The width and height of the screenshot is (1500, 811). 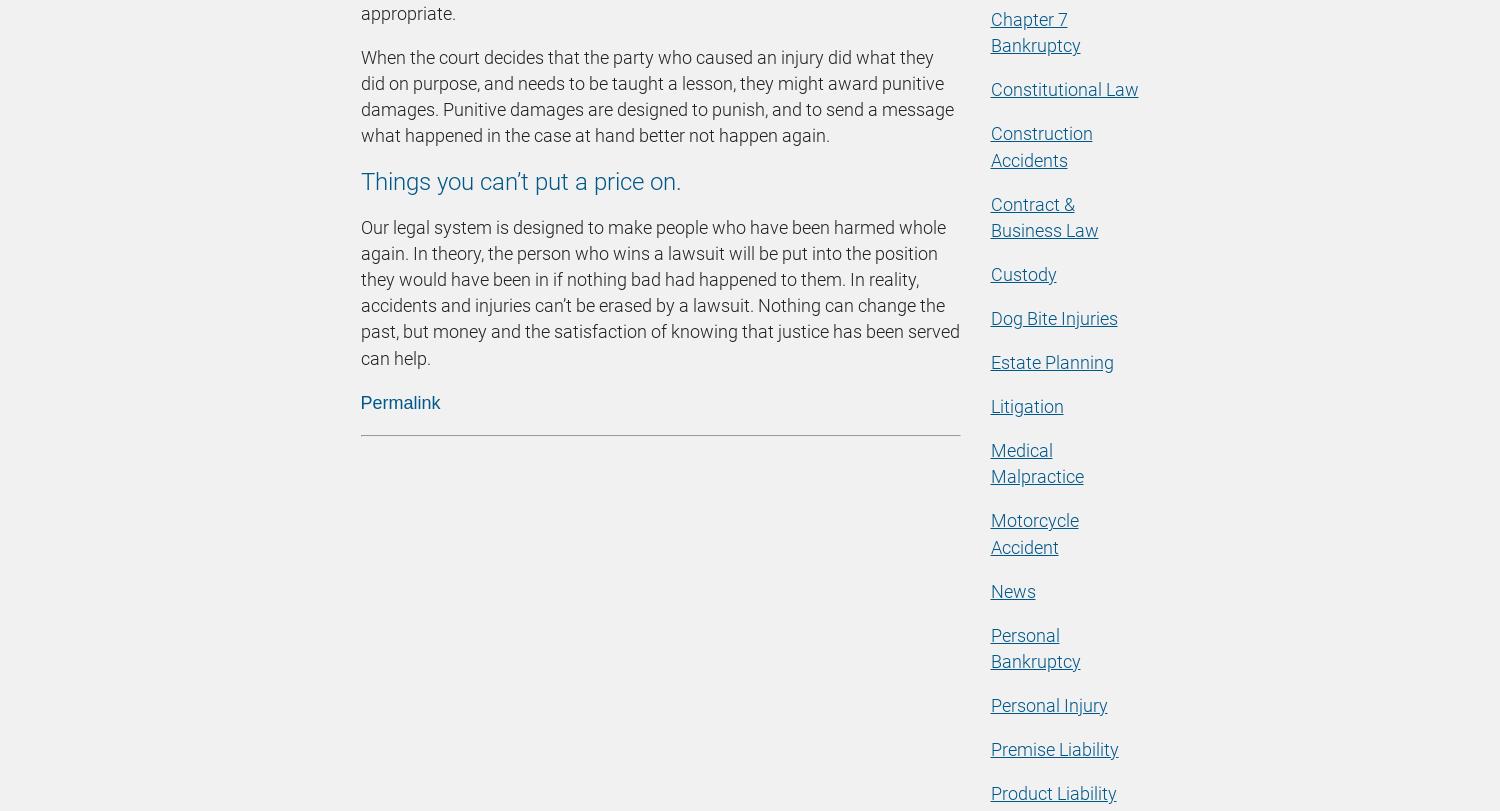 I want to click on 'Chapter 7 Bankruptcy', so click(x=989, y=32).